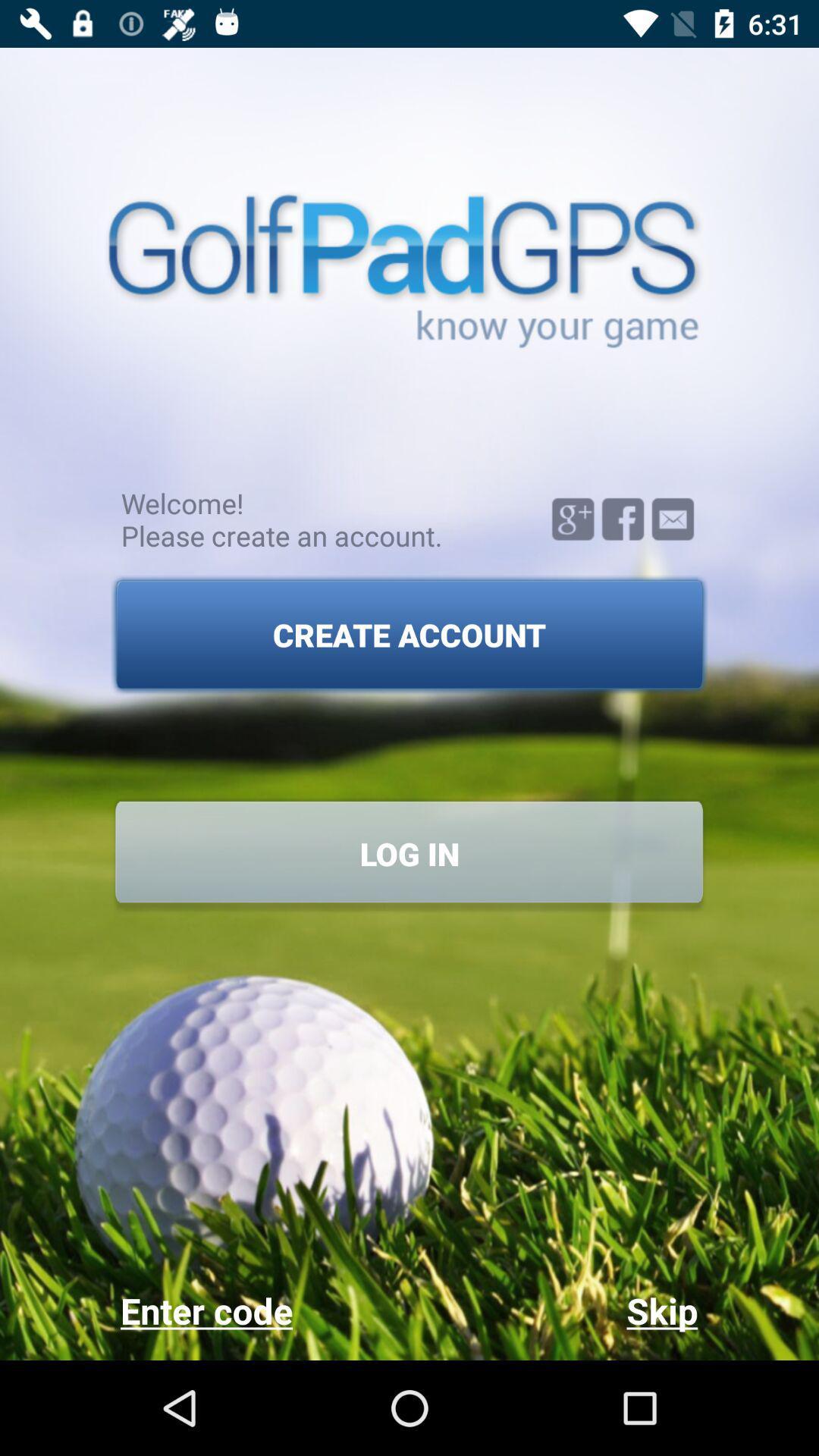 The height and width of the screenshot is (1456, 819). I want to click on the item below log in item, so click(553, 1310).